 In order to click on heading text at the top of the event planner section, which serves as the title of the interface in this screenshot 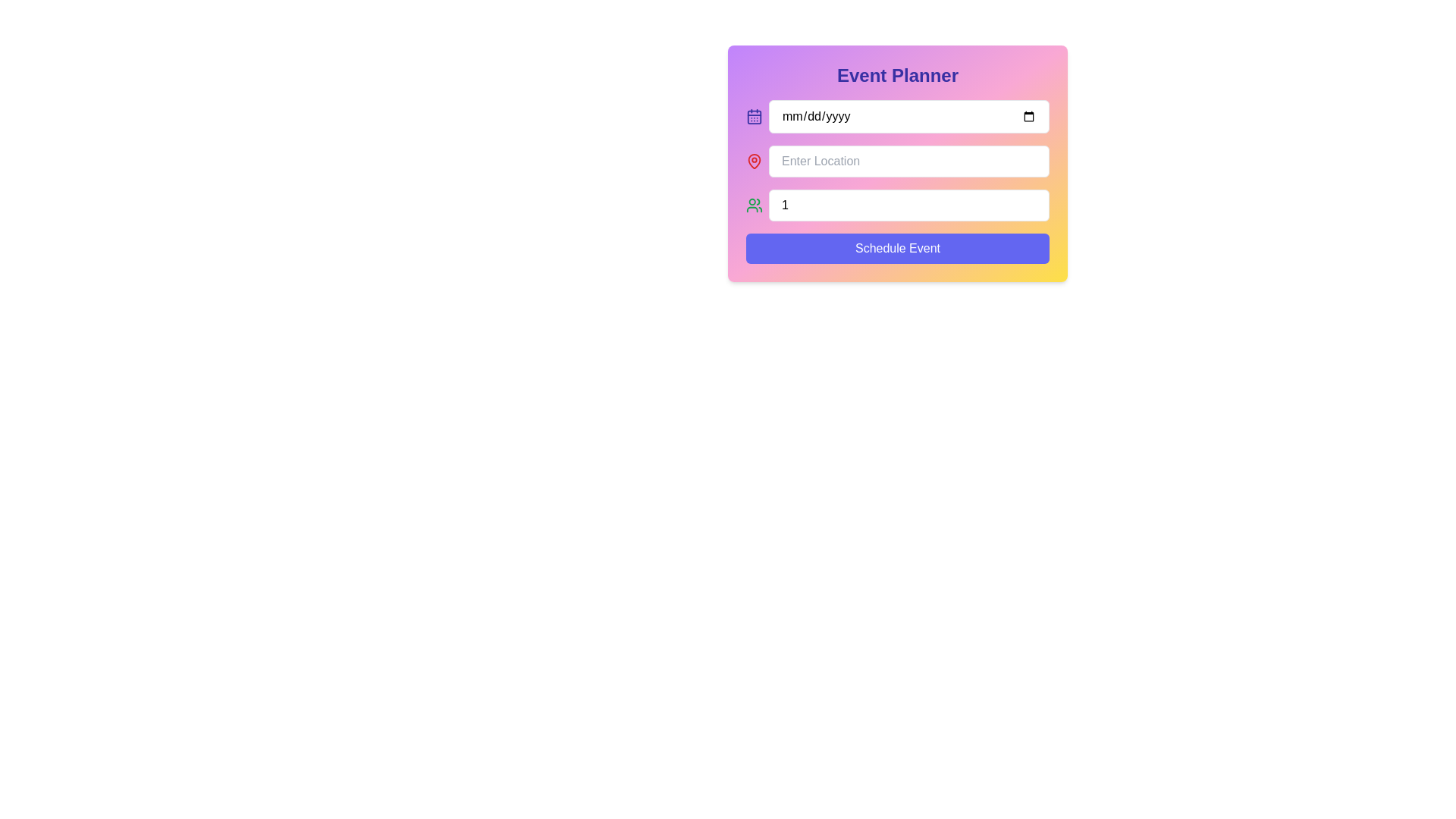, I will do `click(898, 76)`.